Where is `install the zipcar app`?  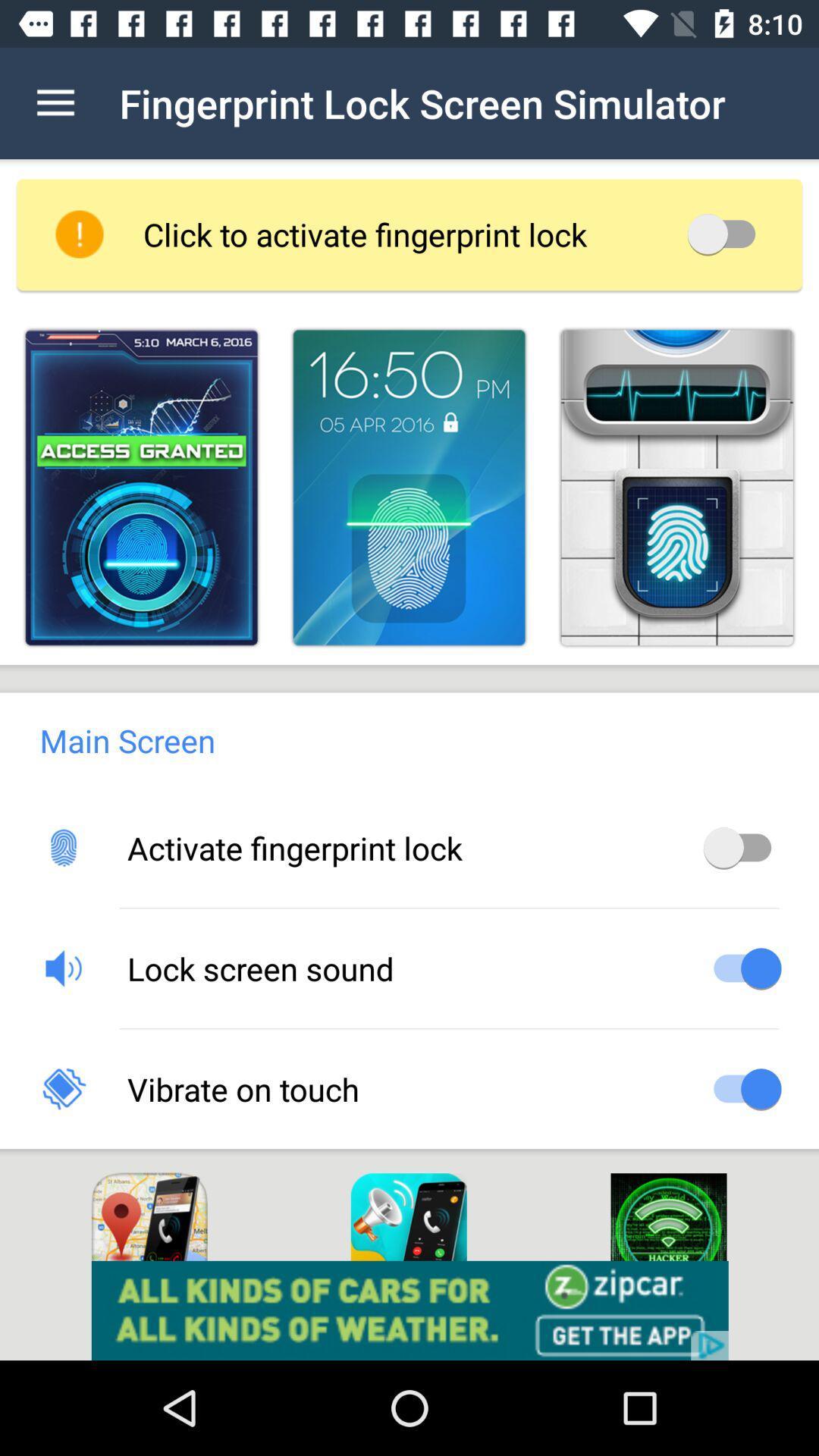 install the zipcar app is located at coordinates (409, 1310).